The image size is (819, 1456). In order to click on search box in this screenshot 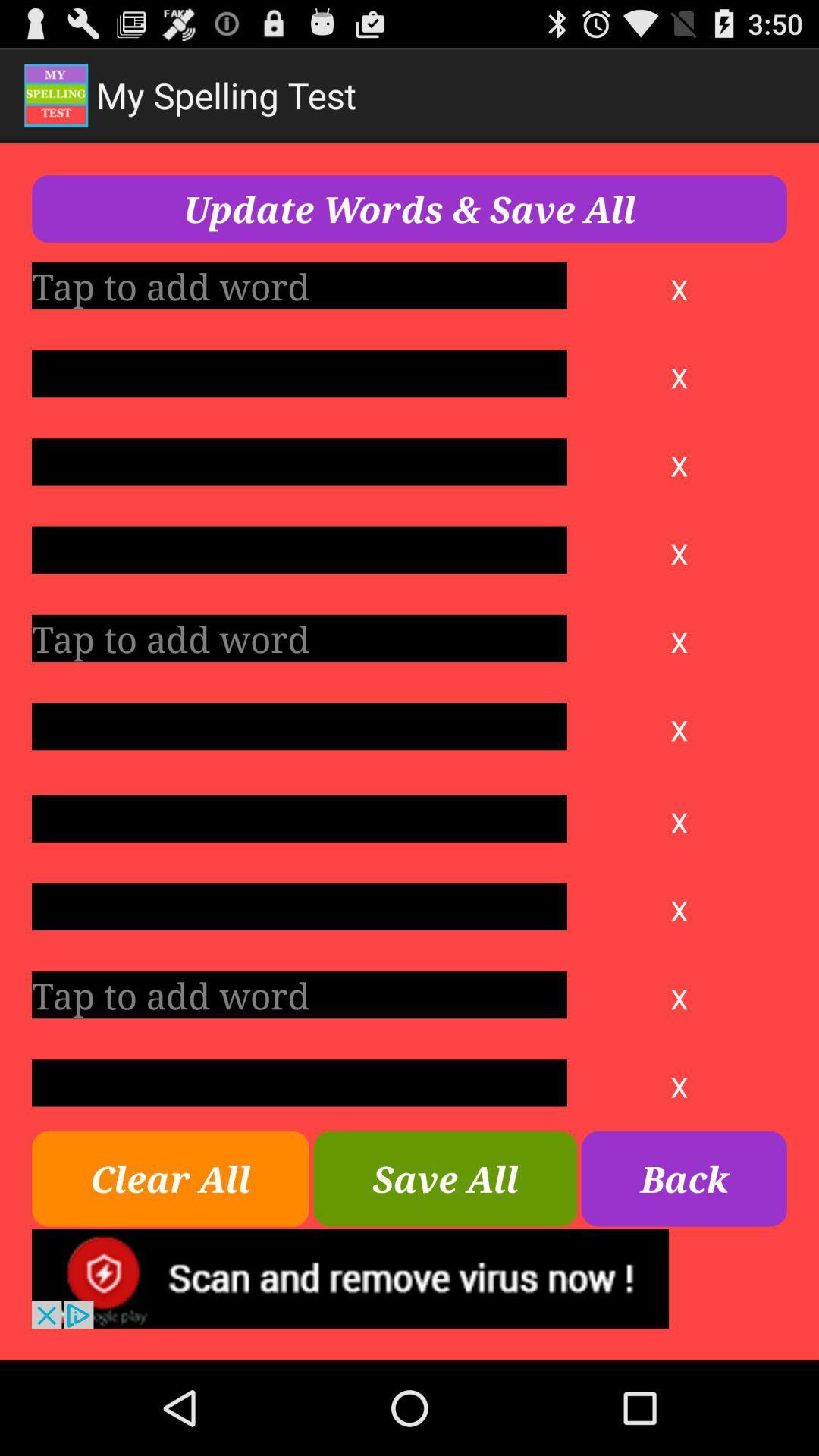, I will do `click(299, 549)`.